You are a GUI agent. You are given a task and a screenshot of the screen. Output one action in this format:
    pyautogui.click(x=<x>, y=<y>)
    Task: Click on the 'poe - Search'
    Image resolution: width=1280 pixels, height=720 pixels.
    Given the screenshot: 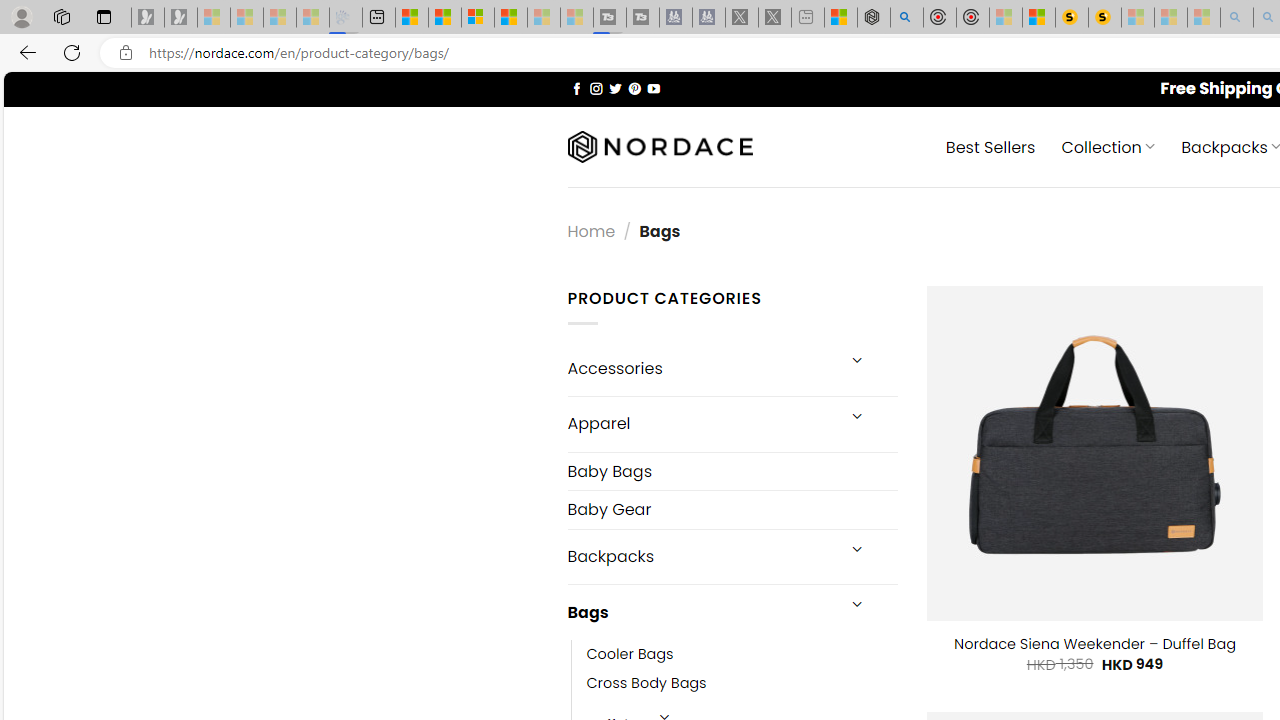 What is the action you would take?
    pyautogui.click(x=905, y=17)
    